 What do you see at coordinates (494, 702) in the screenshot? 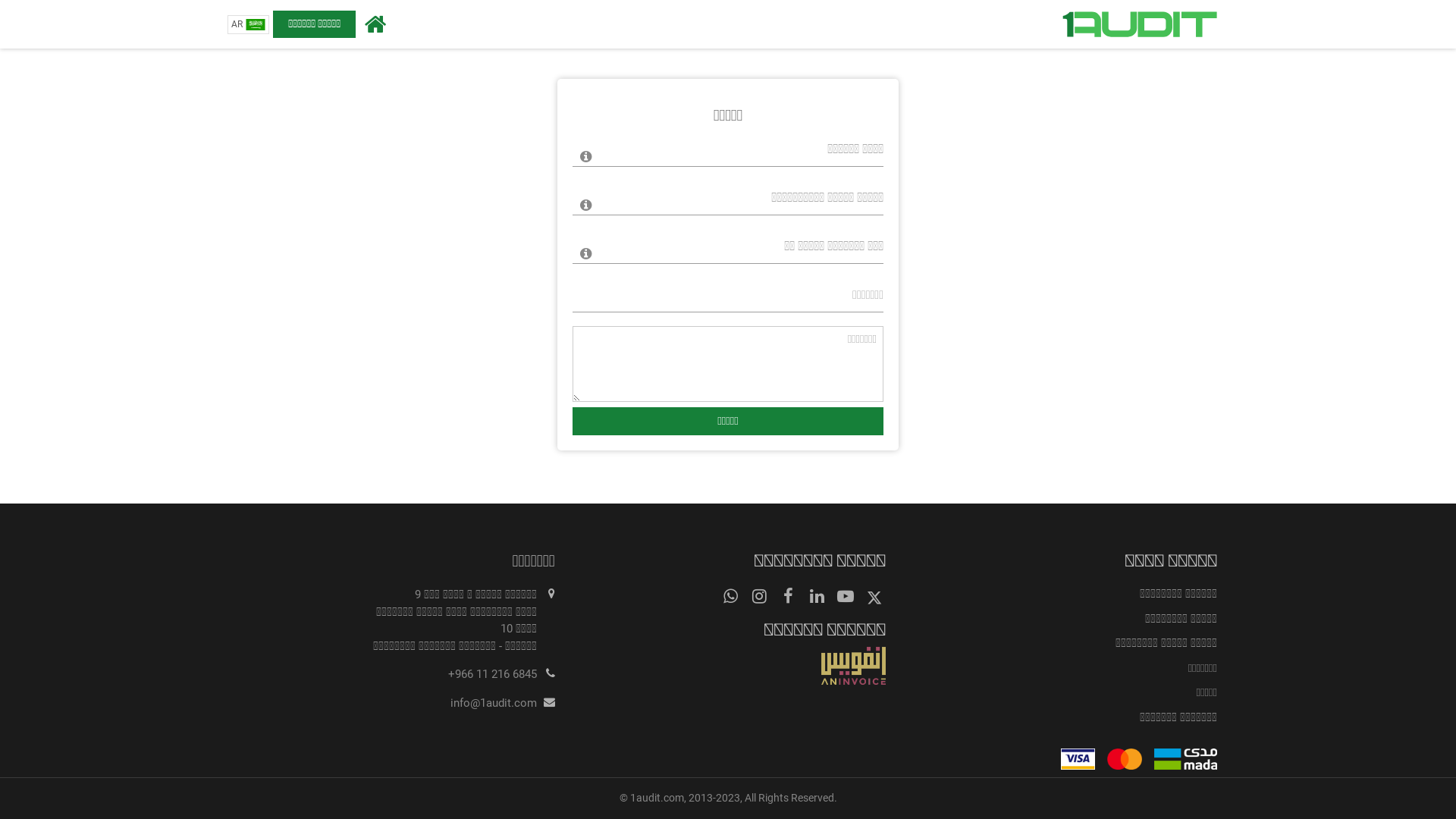
I see `'info@1audit.com'` at bounding box center [494, 702].